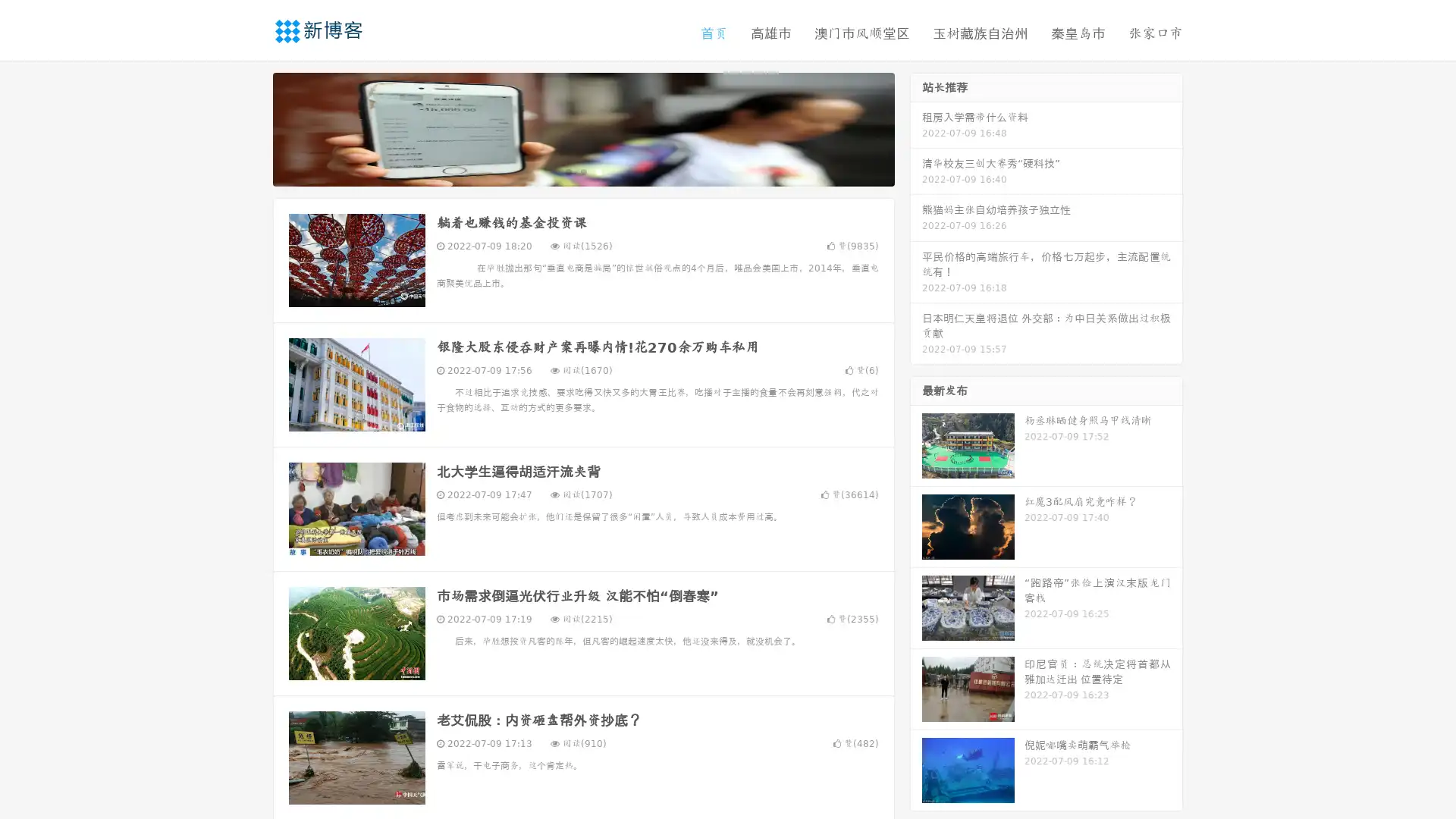 This screenshot has height=819, width=1456. I want to click on Go to slide 3, so click(598, 171).